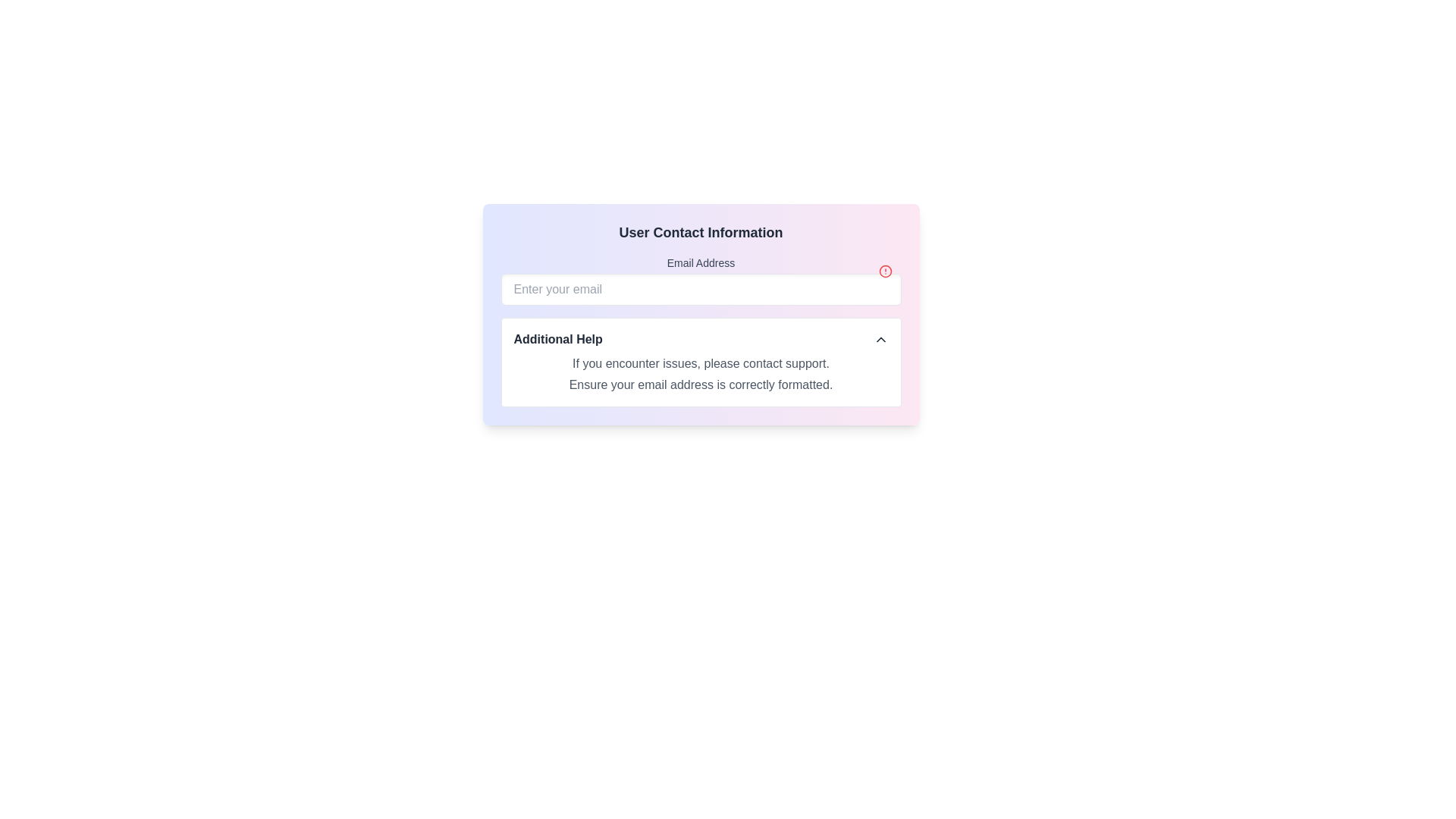  What do you see at coordinates (880, 338) in the screenshot?
I see `the SVG chevron down icon located to the right of the text 'Additional Help'` at bounding box center [880, 338].